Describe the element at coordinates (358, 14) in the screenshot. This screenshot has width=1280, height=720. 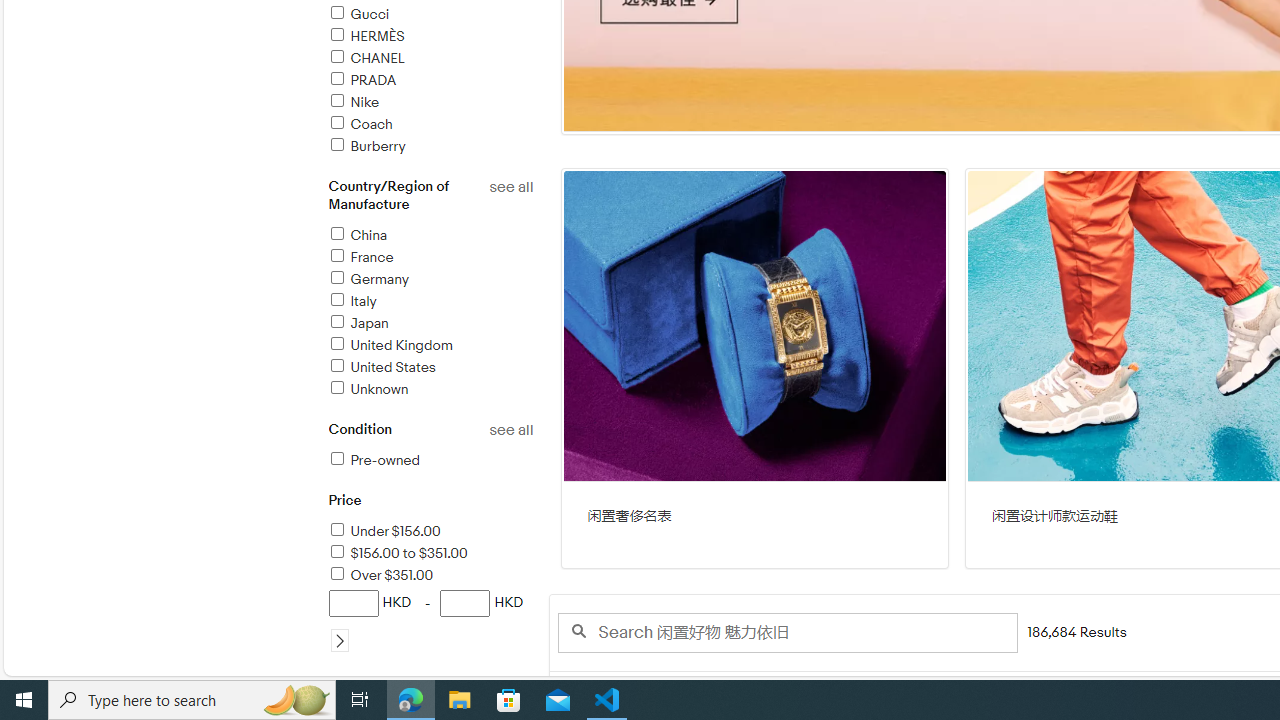
I see `'Gucci'` at that location.